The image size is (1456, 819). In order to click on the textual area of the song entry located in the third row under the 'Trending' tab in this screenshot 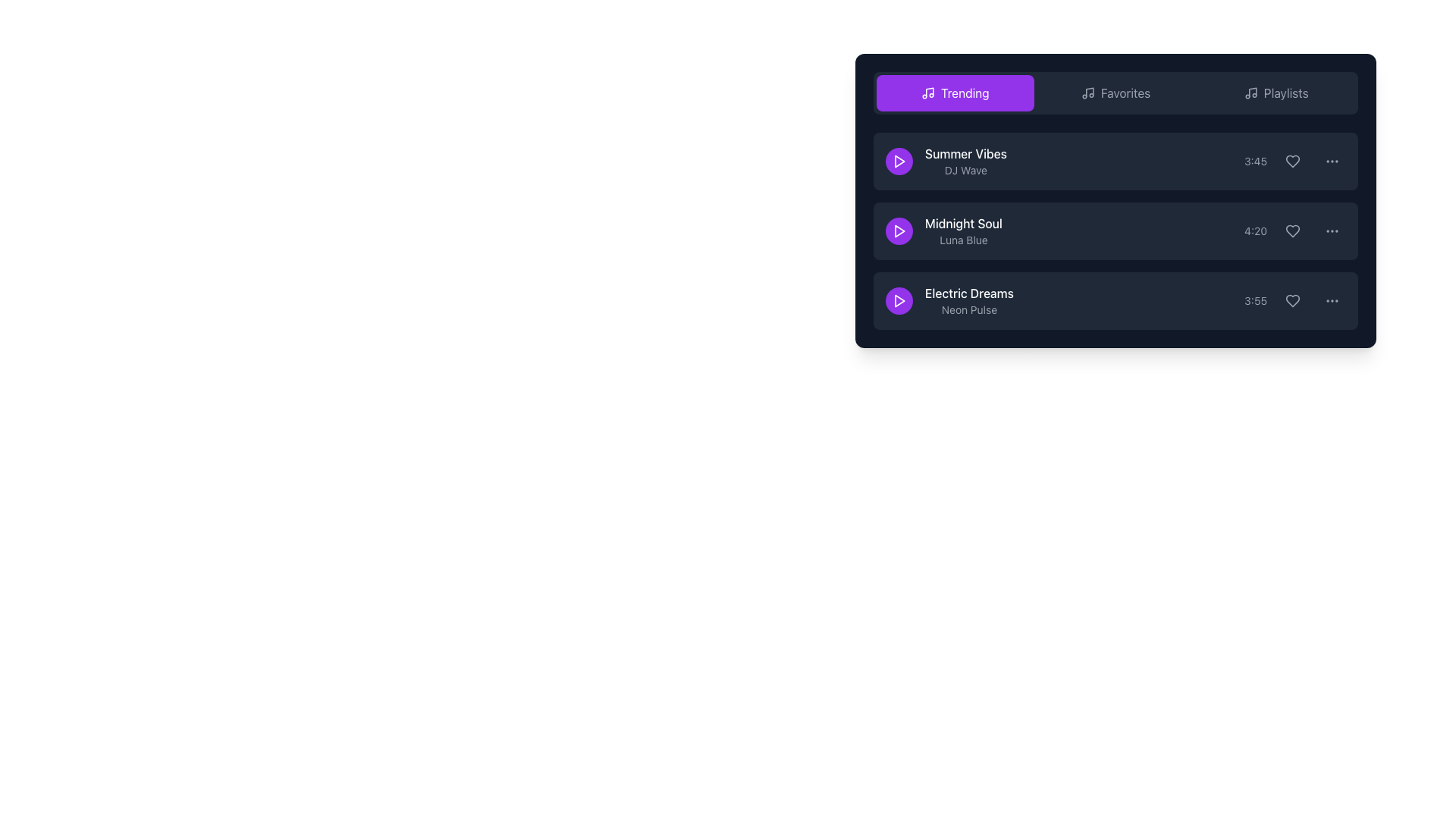, I will do `click(949, 301)`.